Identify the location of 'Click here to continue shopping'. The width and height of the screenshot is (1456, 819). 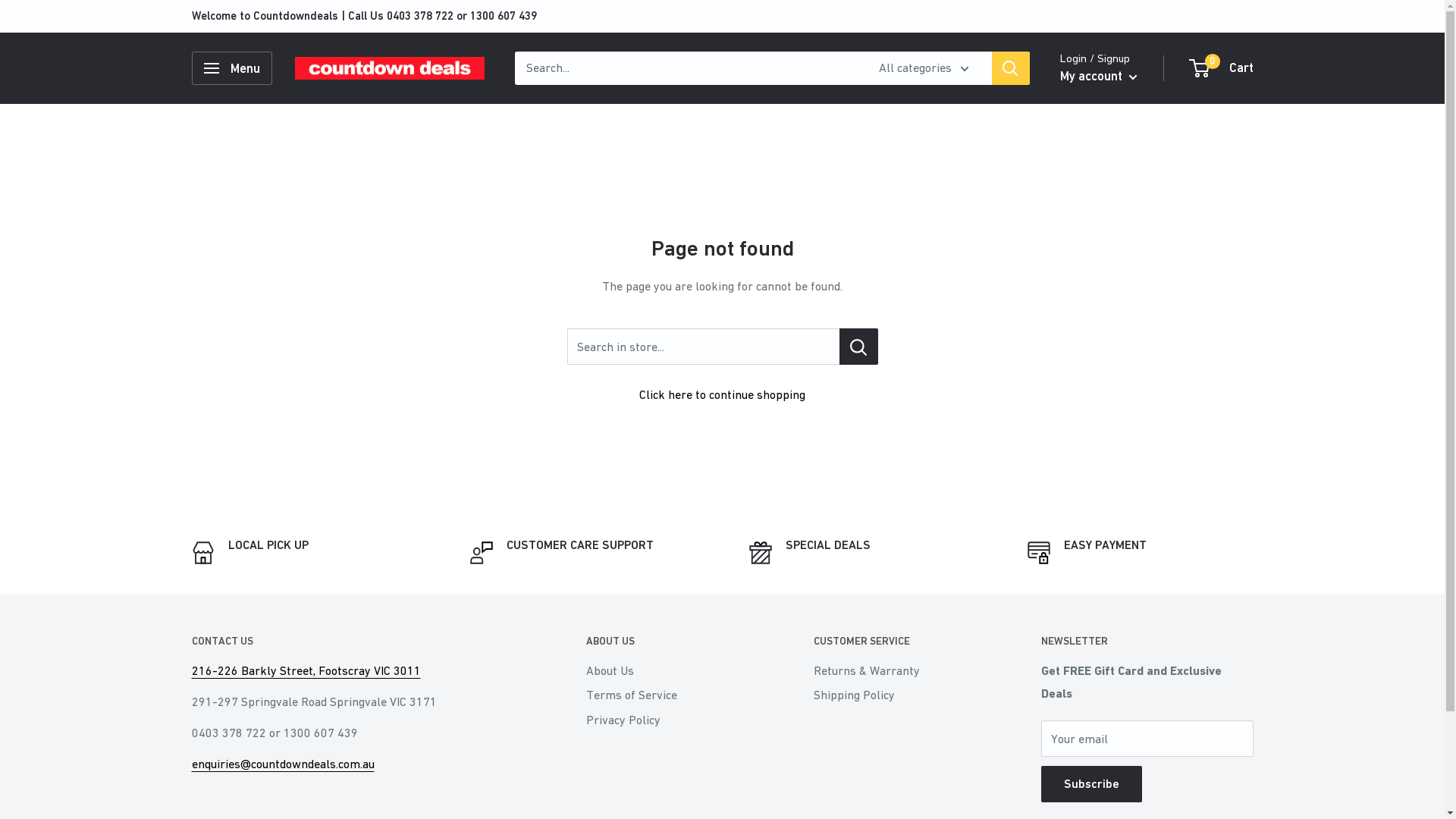
(721, 394).